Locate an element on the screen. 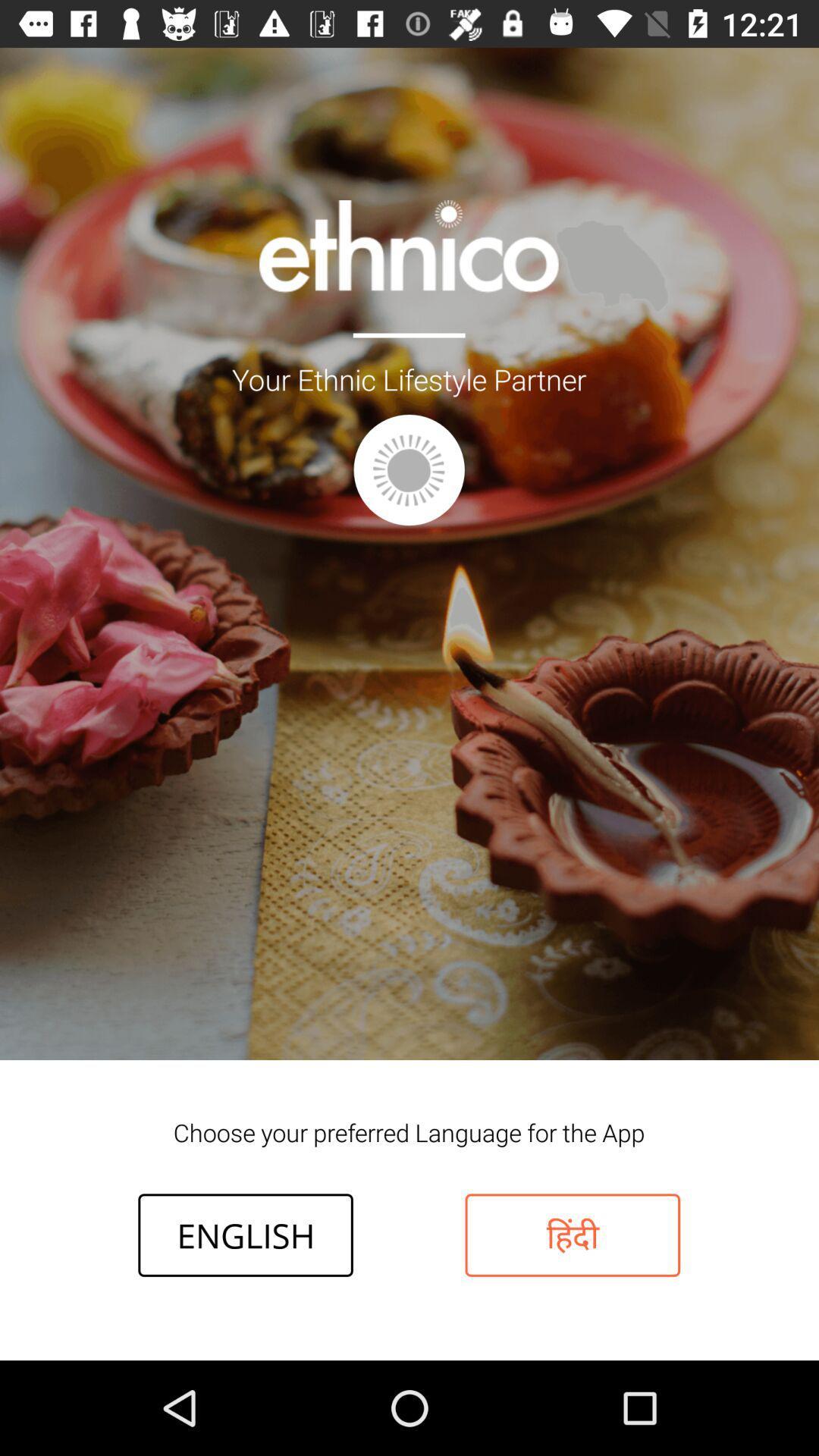 This screenshot has height=1456, width=819. item to the right of english is located at coordinates (573, 1235).